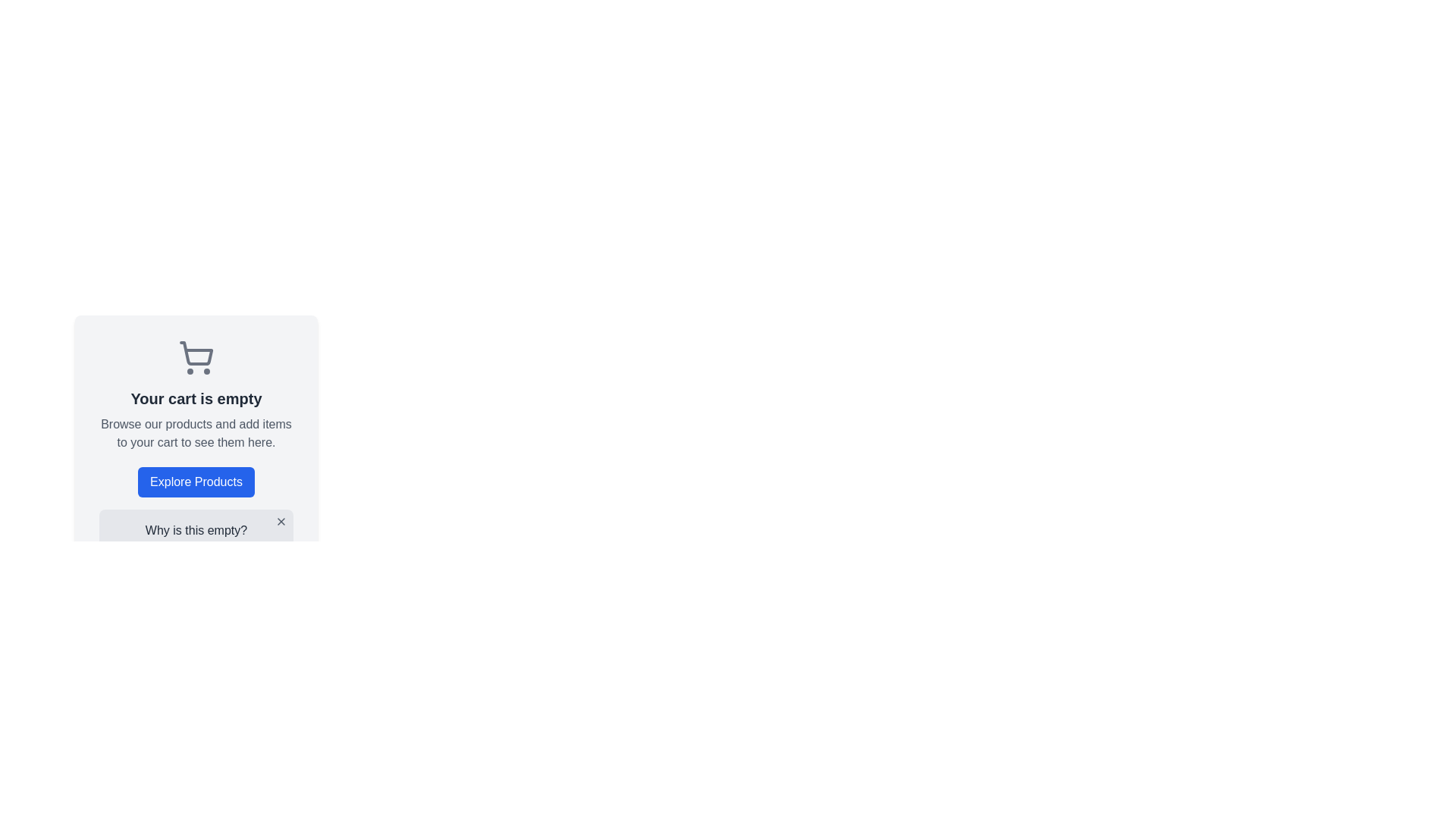  What do you see at coordinates (196, 460) in the screenshot?
I see `informational text on the empty shopping cart card located prominently in the center-left of the interface to understand the cart status` at bounding box center [196, 460].